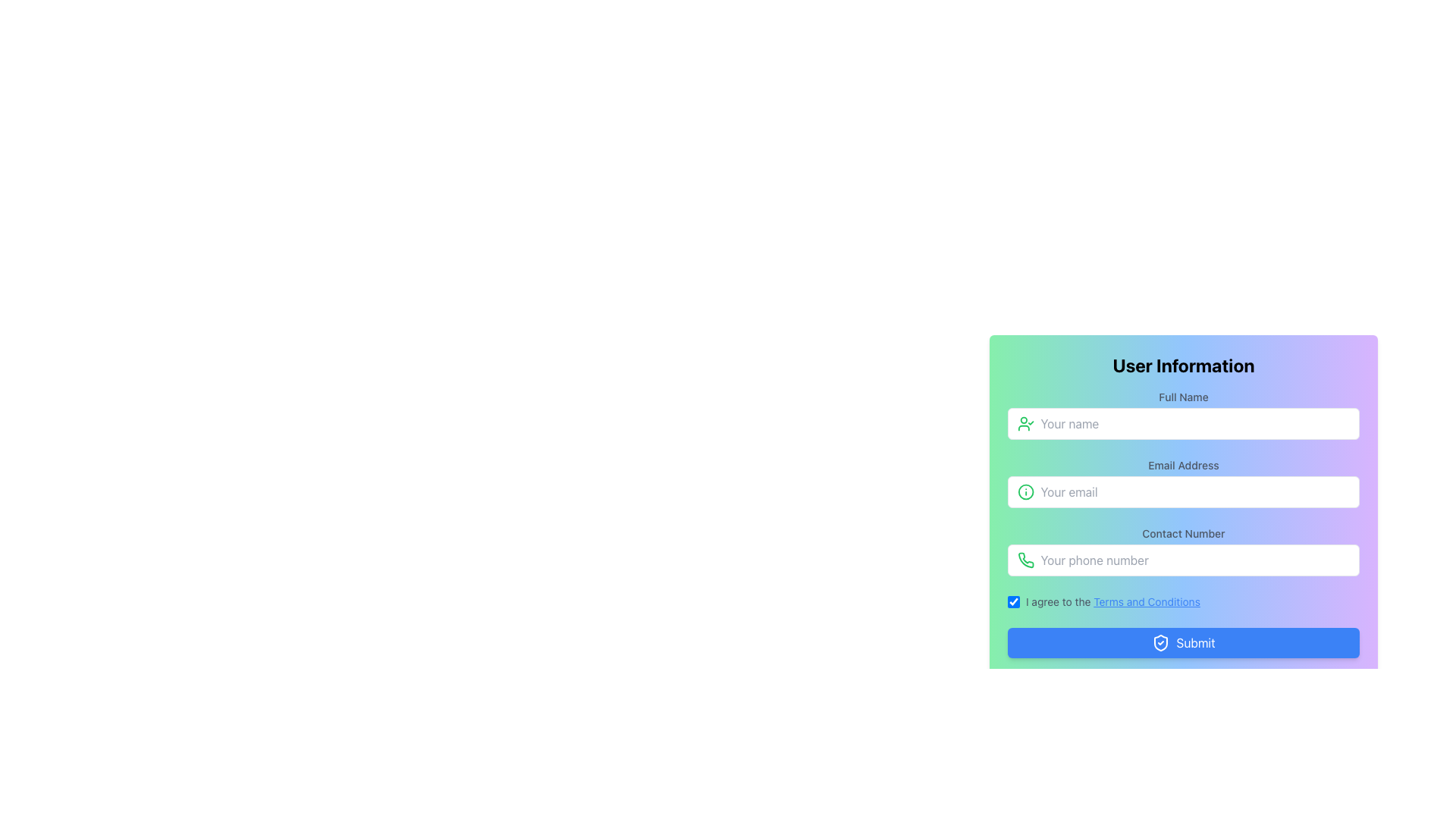 This screenshot has height=819, width=1456. What do you see at coordinates (1112, 601) in the screenshot?
I see `the hyperlink 'Terms and Conditions' which is located to the right of the checkbox and above the 'Submit' button in the form` at bounding box center [1112, 601].